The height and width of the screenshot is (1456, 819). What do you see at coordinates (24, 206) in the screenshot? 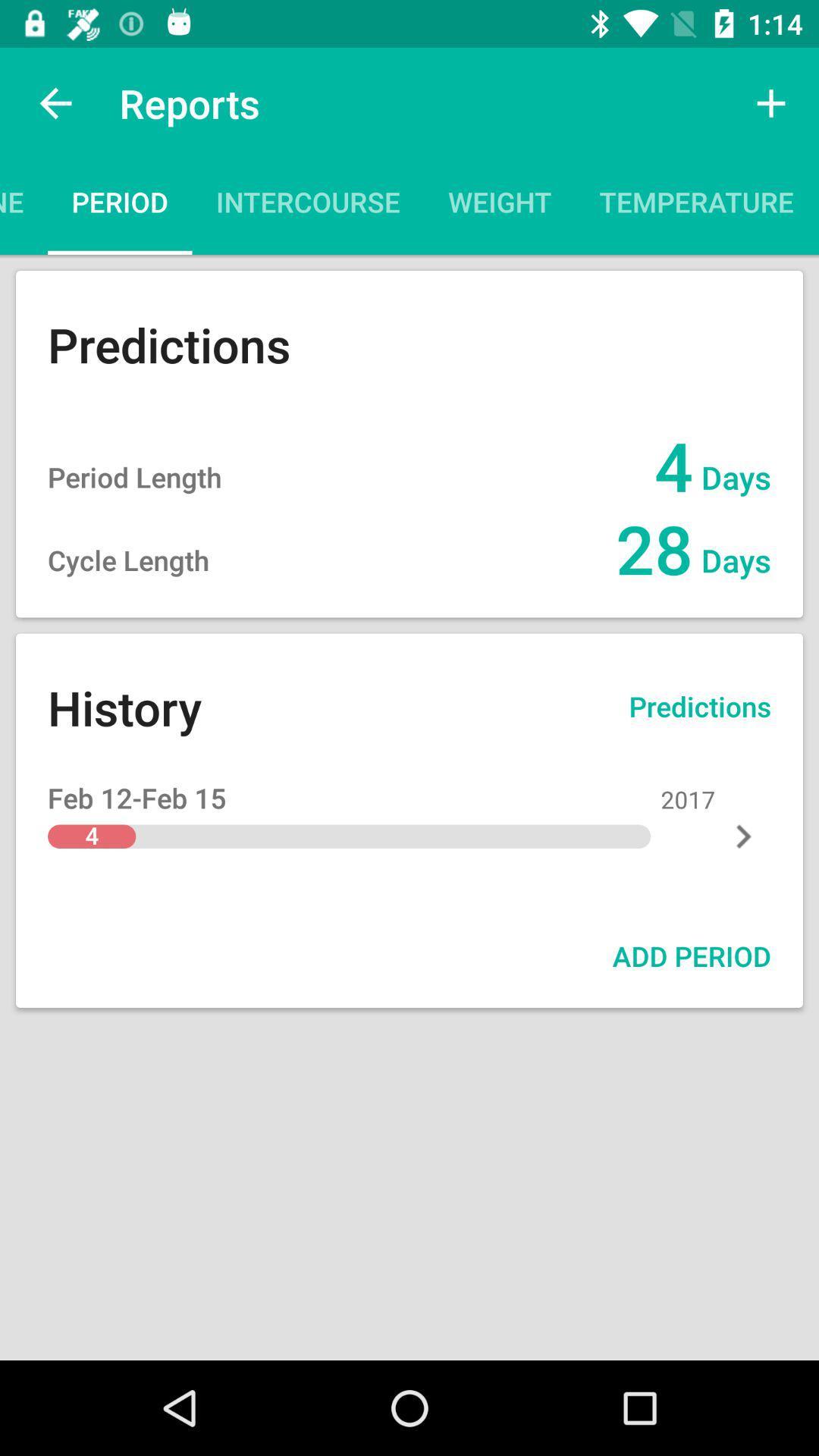
I see `the icon next to period icon` at bounding box center [24, 206].